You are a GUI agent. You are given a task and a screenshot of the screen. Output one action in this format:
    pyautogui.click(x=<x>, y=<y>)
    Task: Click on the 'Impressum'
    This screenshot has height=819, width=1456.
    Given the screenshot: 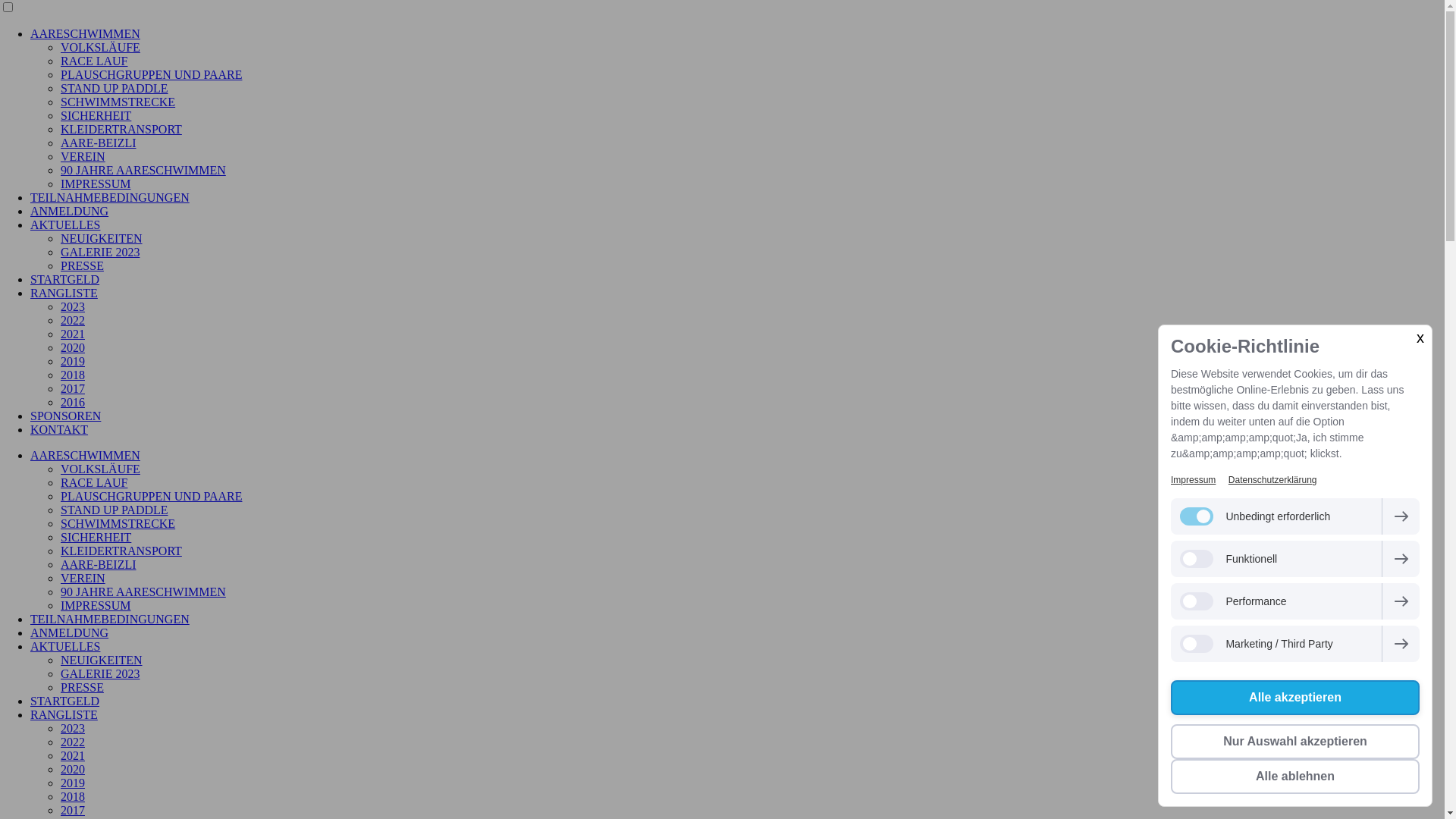 What is the action you would take?
    pyautogui.click(x=1192, y=479)
    